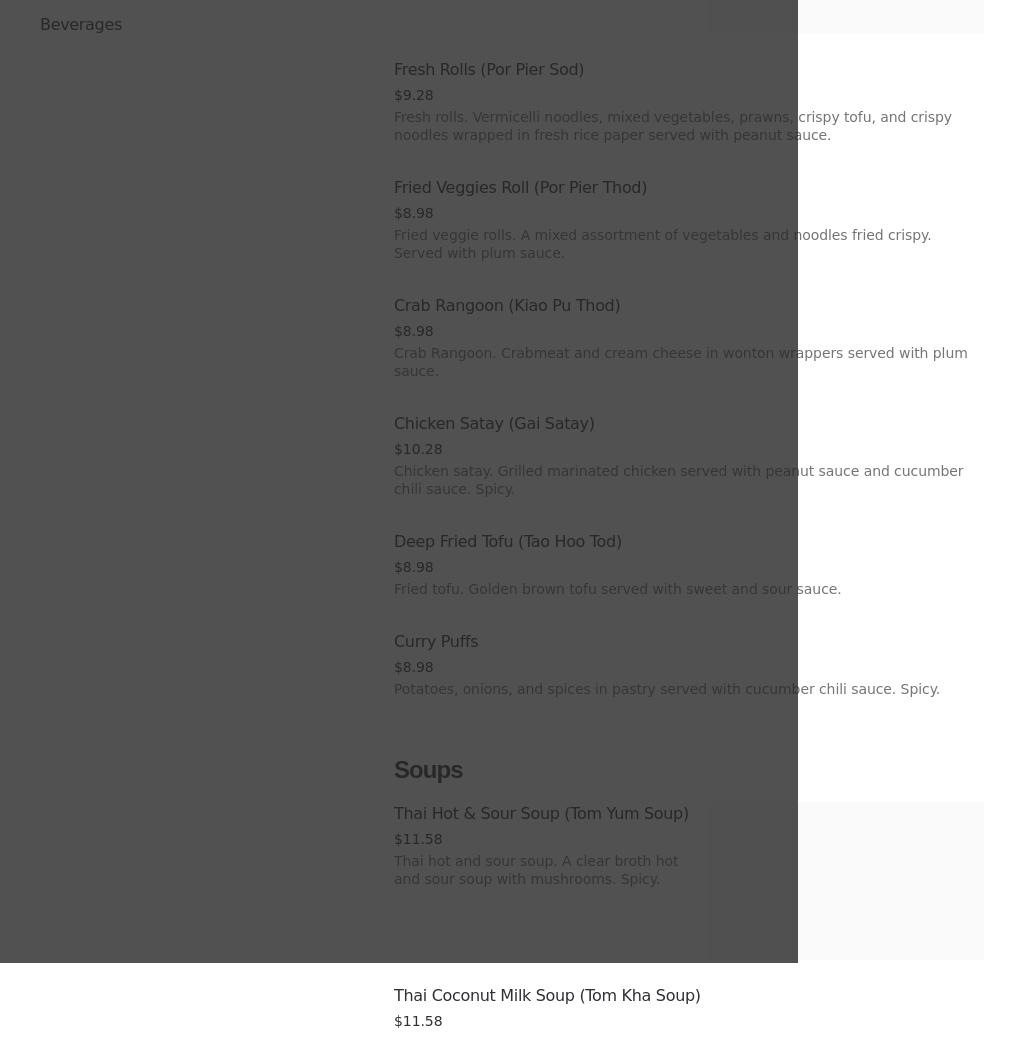 The width and height of the screenshot is (1024, 1037). What do you see at coordinates (393, 769) in the screenshot?
I see `'Soups'` at bounding box center [393, 769].